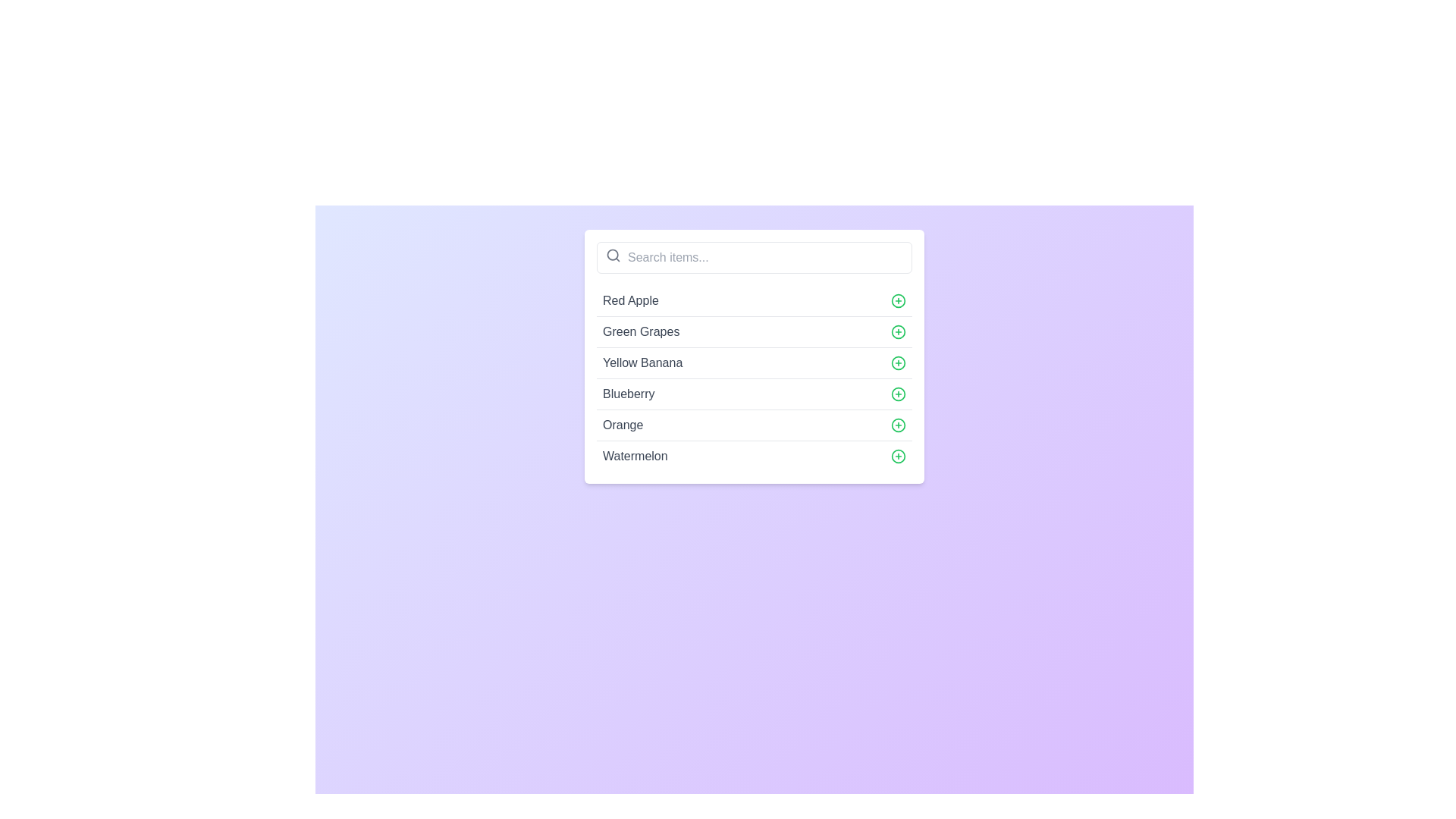  I want to click on the circular green icon with a plus symbol, so click(899, 362).